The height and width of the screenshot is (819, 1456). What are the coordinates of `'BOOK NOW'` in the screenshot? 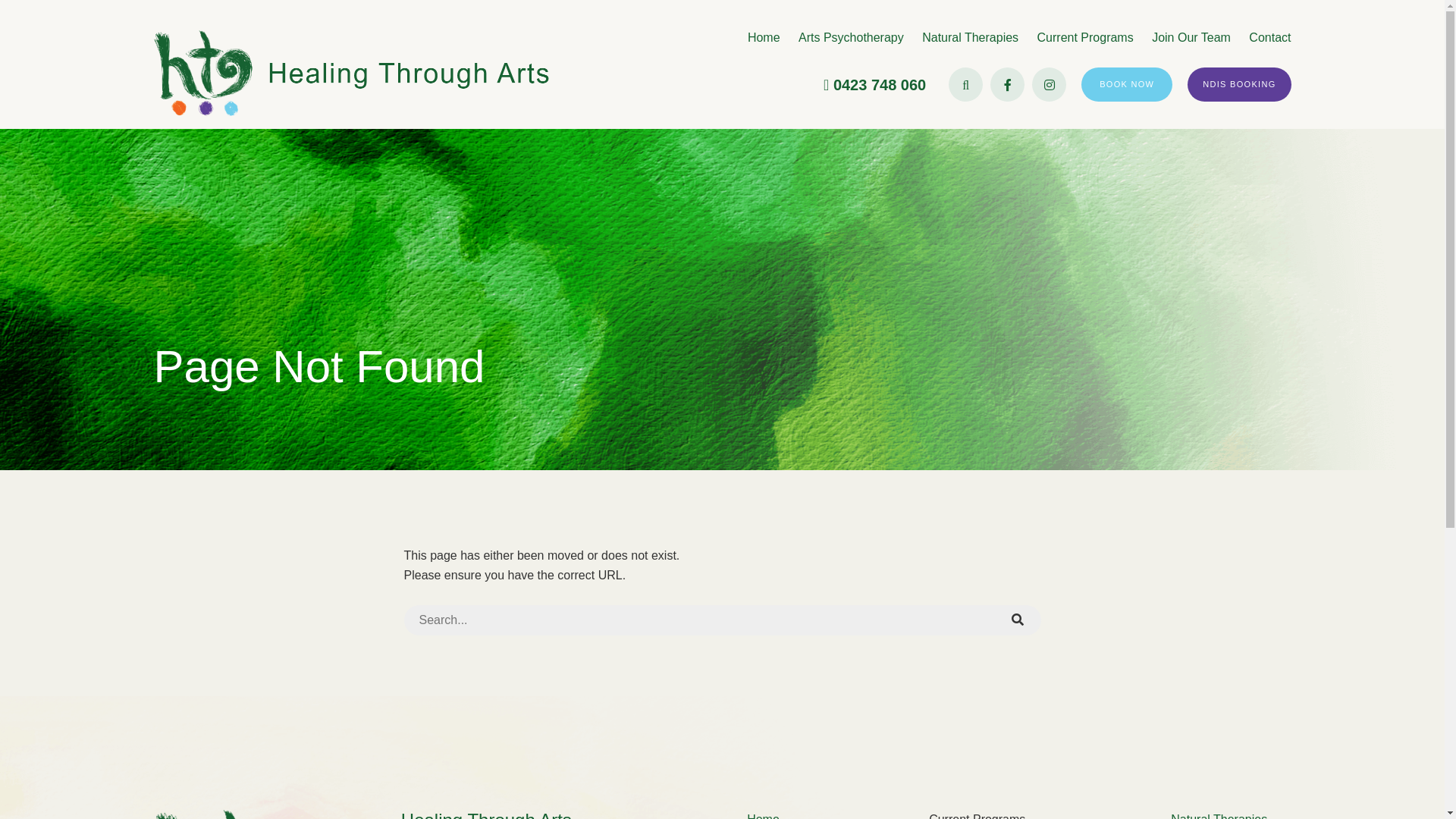 It's located at (1080, 84).